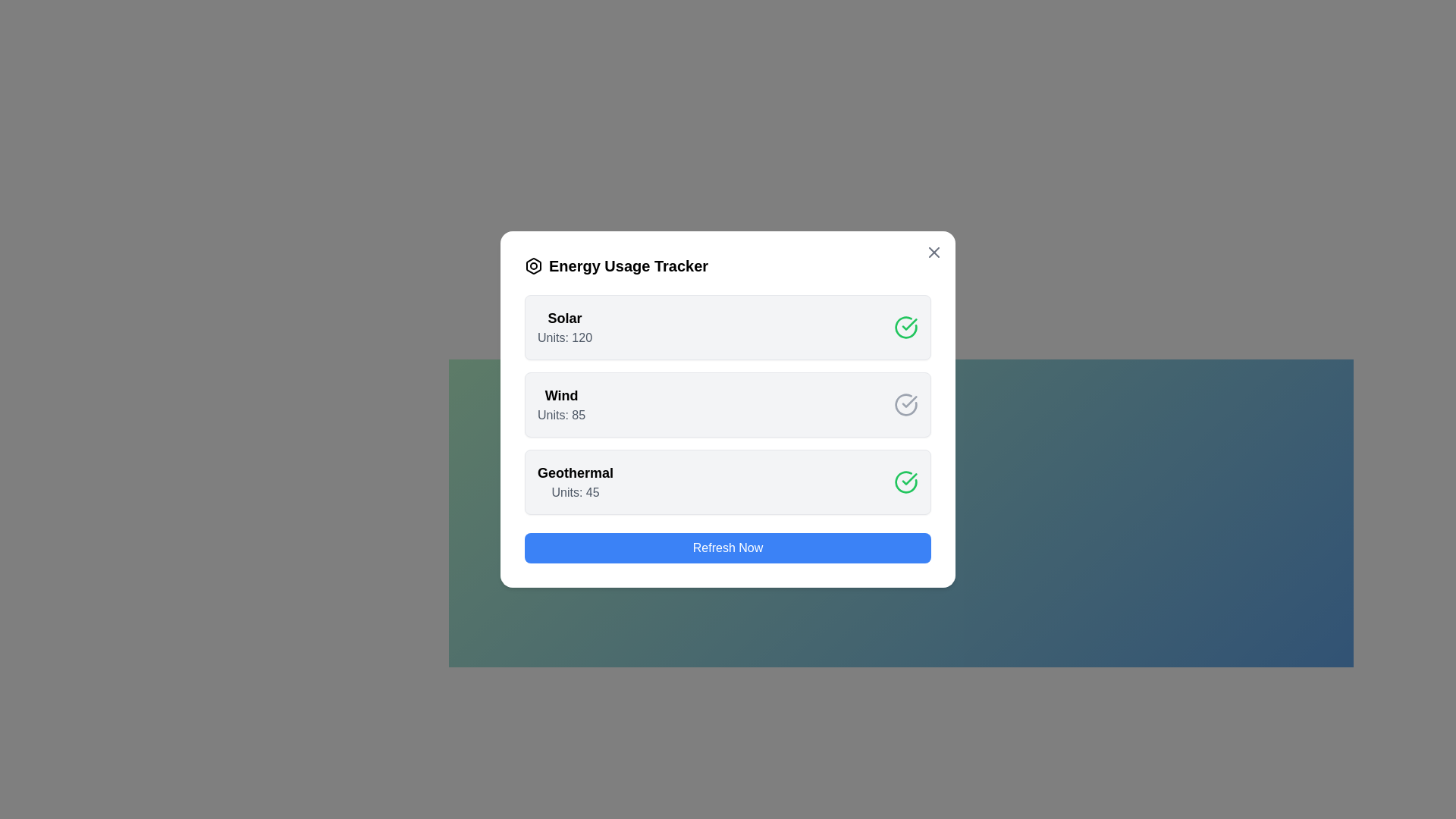 Image resolution: width=1456 pixels, height=819 pixels. I want to click on the text label that contains the word 'Solar', which is styled in a bold, larger font and serves as a primary descriptor above the text 'Units: 120', so click(563, 318).